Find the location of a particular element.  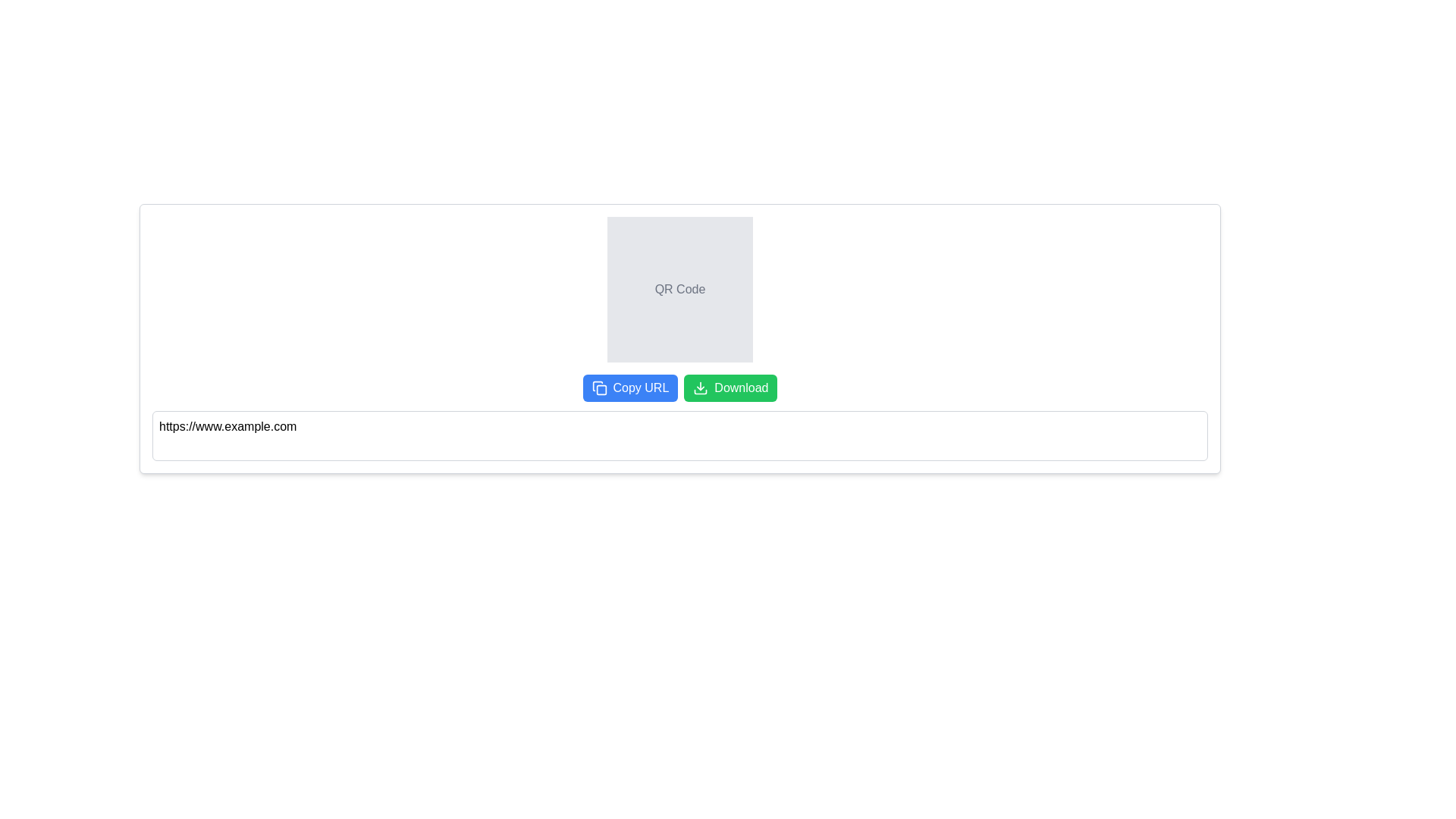

the green 'Download' button which contains the download icon, located at the bottom-right of the interface is located at coordinates (700, 388).